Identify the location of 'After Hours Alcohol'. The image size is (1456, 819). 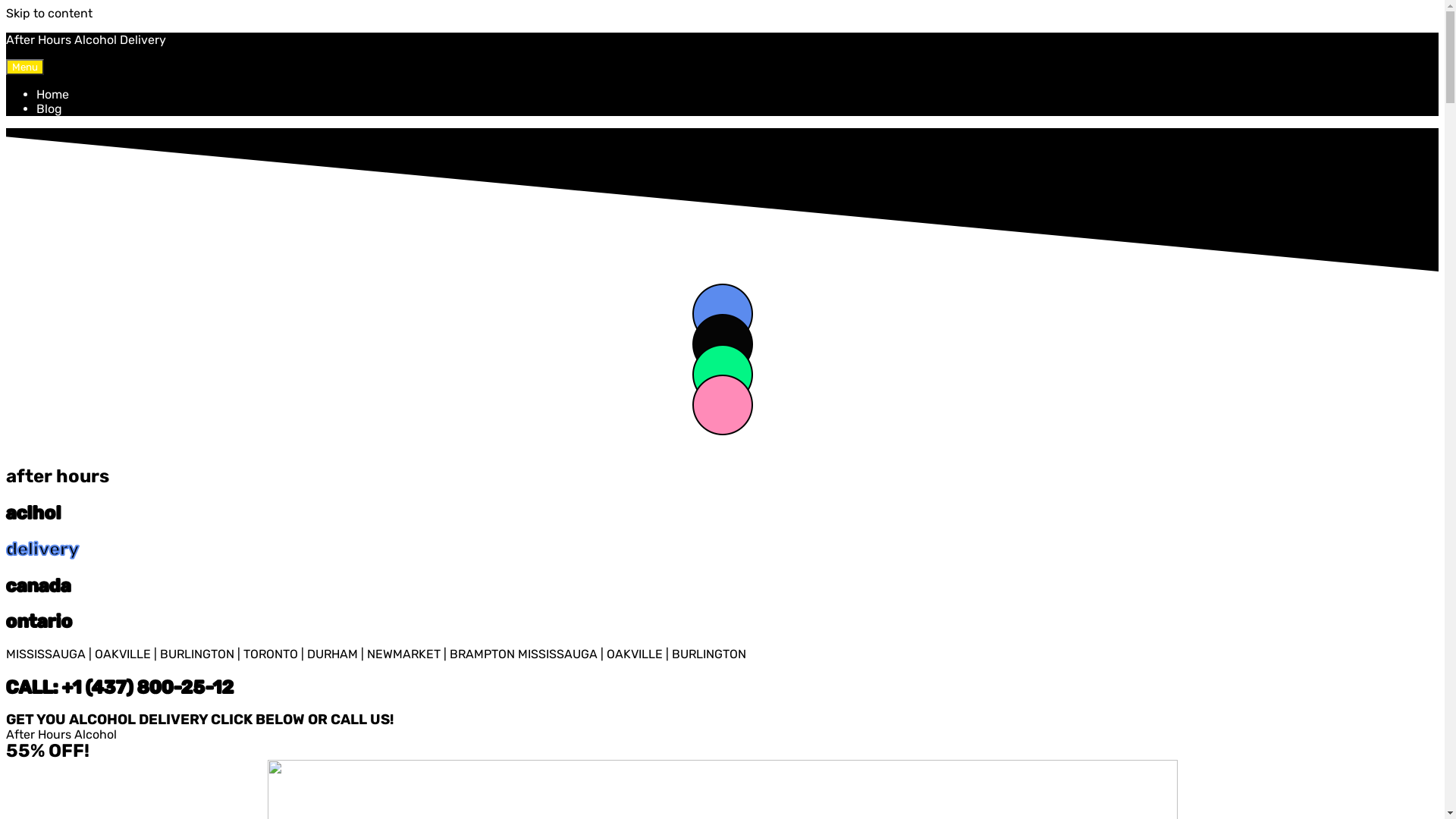
(61, 733).